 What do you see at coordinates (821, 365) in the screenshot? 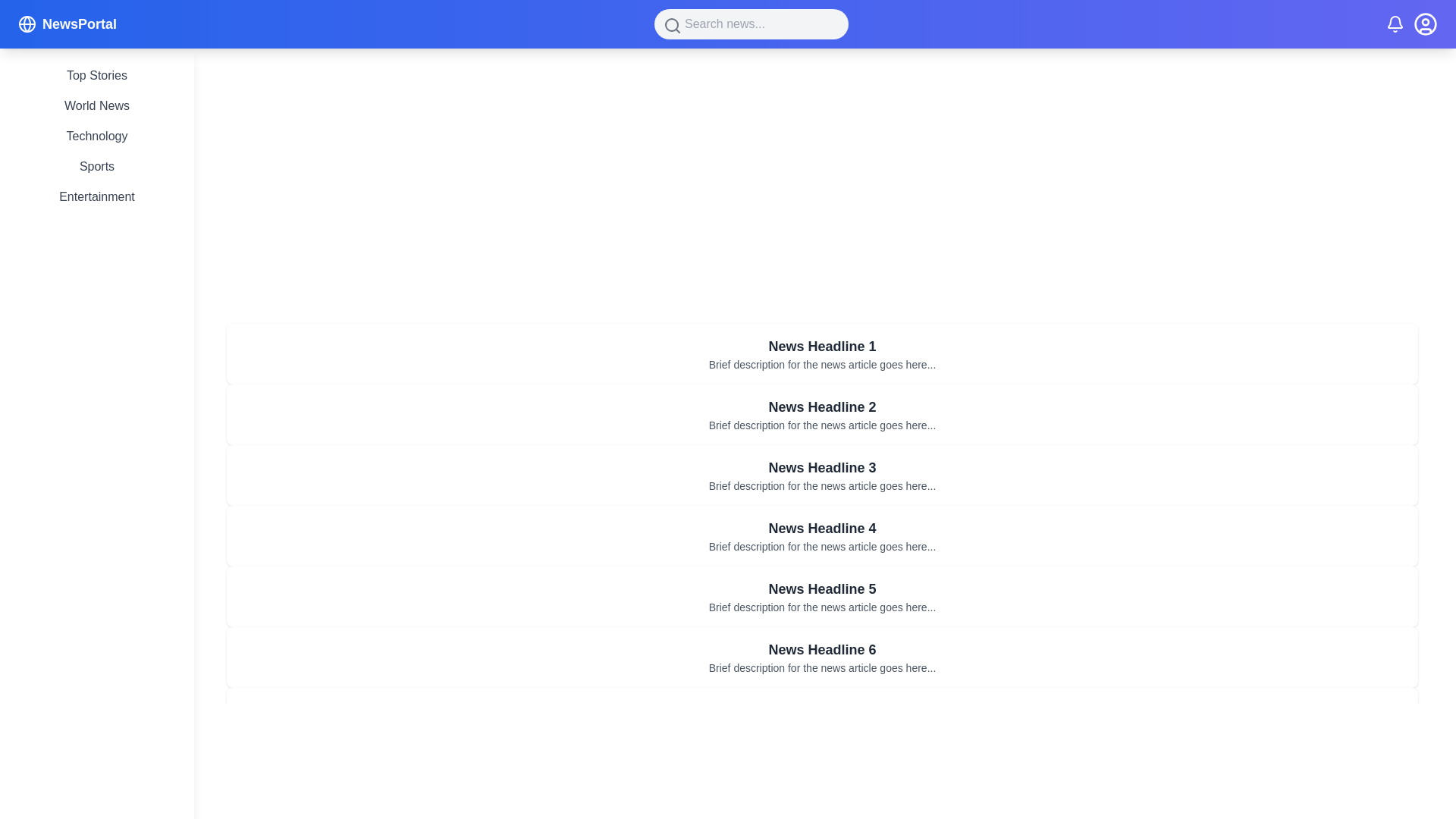
I see `the text snippet styled with a small font size and gray color that reads 'Brief description for the news article goes here...', located beneath the headline 'News Headline 1'` at bounding box center [821, 365].